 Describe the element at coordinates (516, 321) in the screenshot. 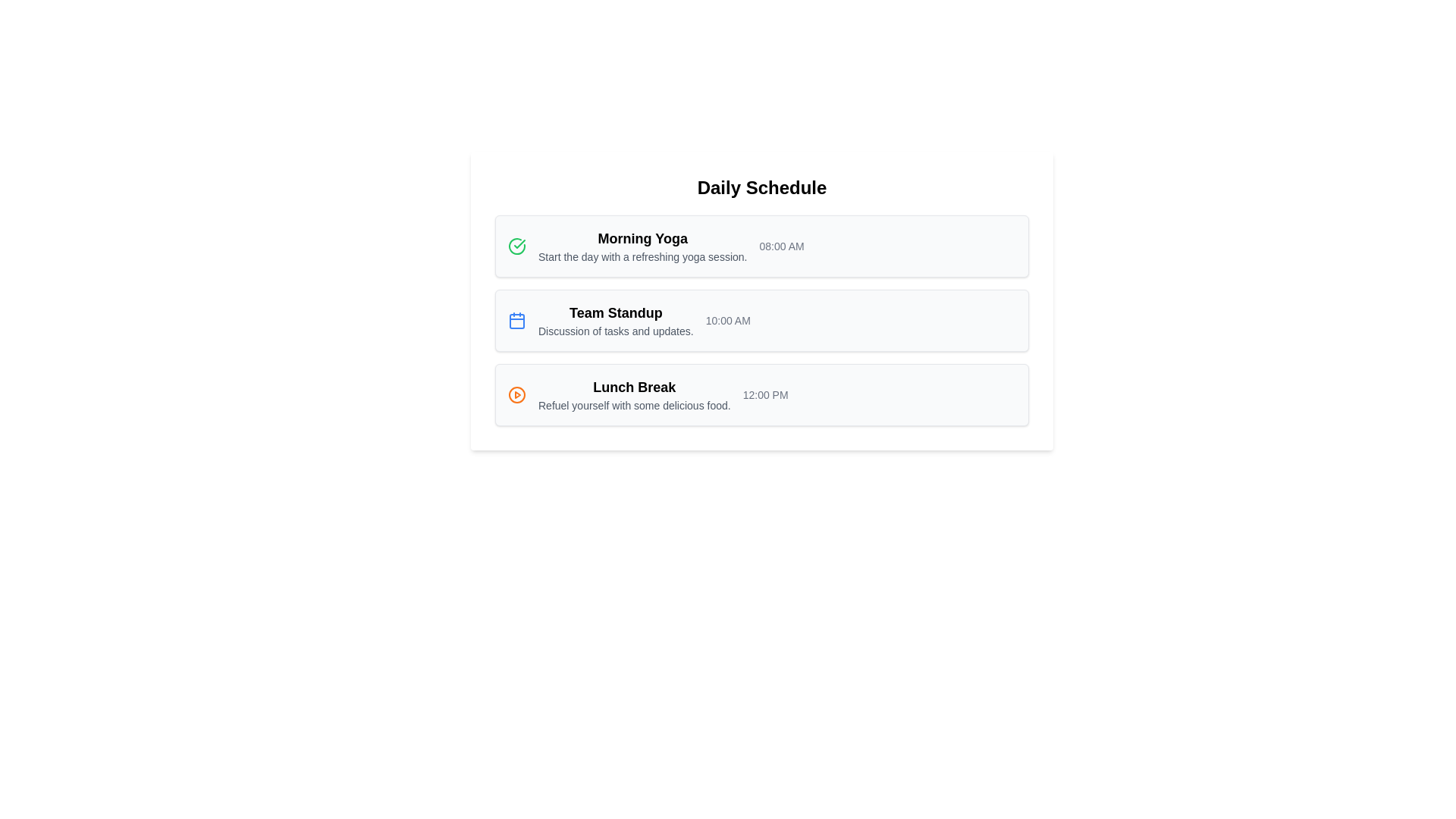

I see `the central rounded rectangle of the calendar icon, which is located to the left of the 'Team Standup' text` at that location.